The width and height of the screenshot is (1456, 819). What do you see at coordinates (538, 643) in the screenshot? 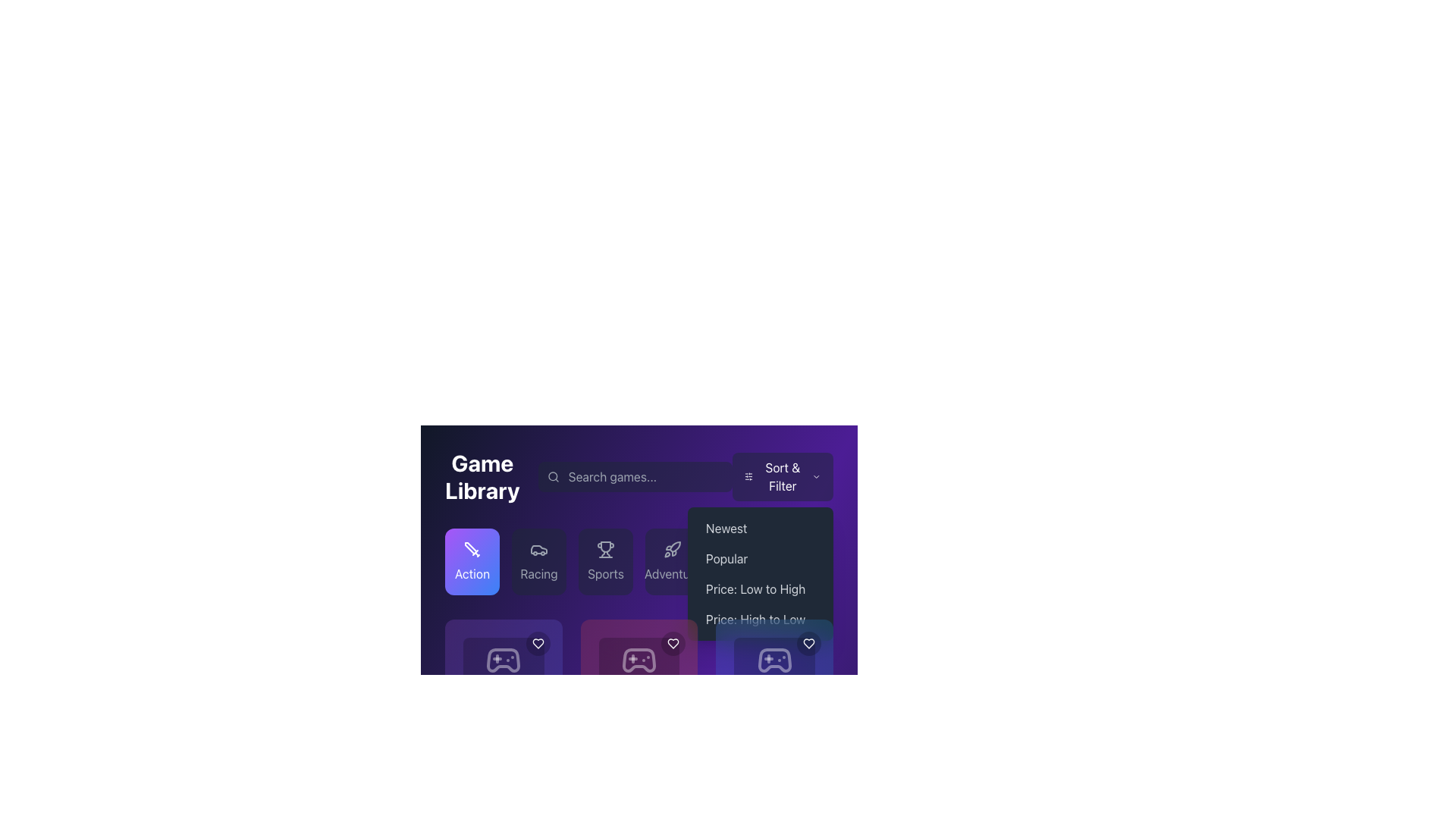
I see `the heart-shaped button icon located at the top-right corner of the game card to mark it as favorite` at bounding box center [538, 643].